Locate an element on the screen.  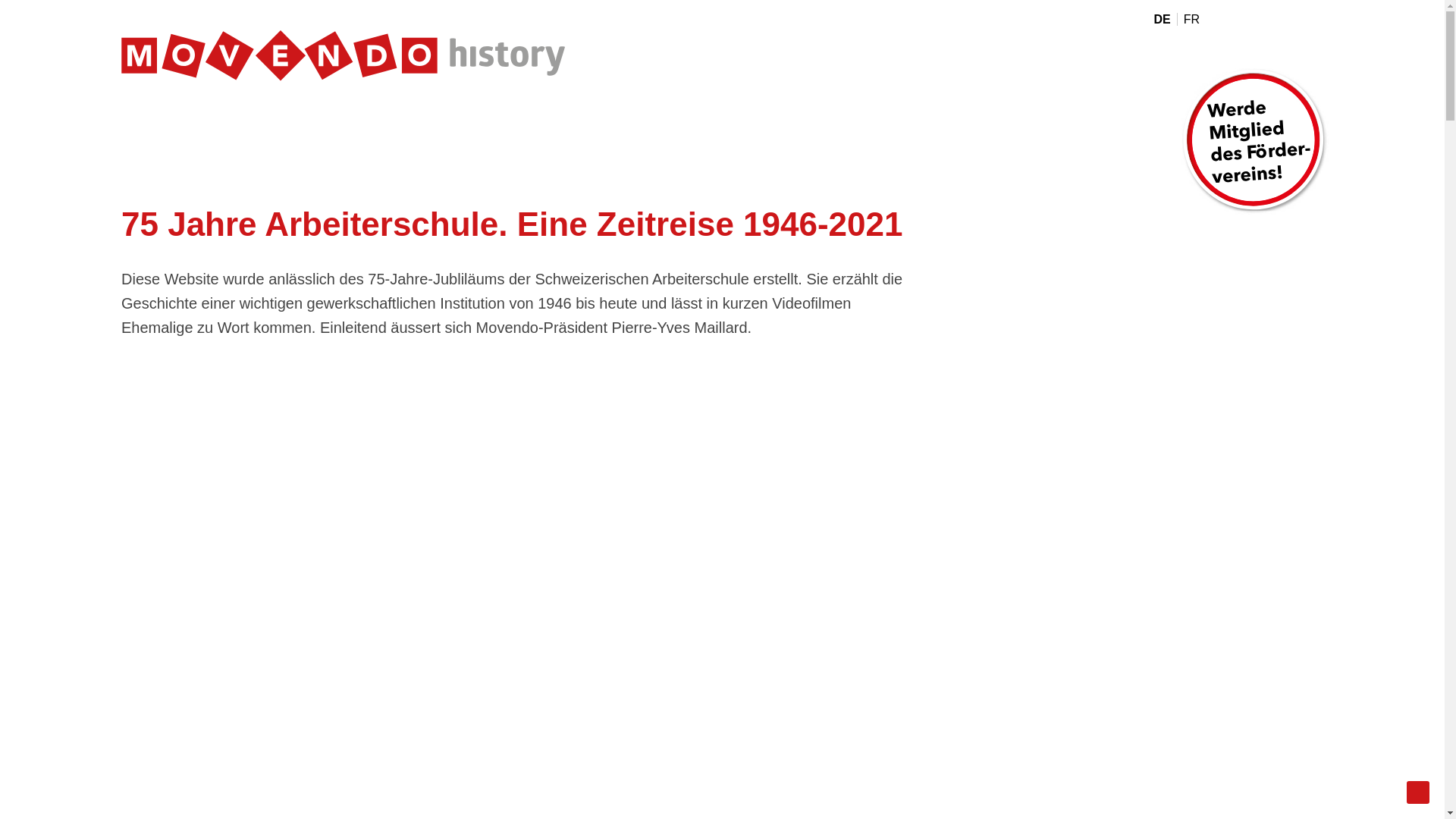
'DE' is located at coordinates (1164, 19).